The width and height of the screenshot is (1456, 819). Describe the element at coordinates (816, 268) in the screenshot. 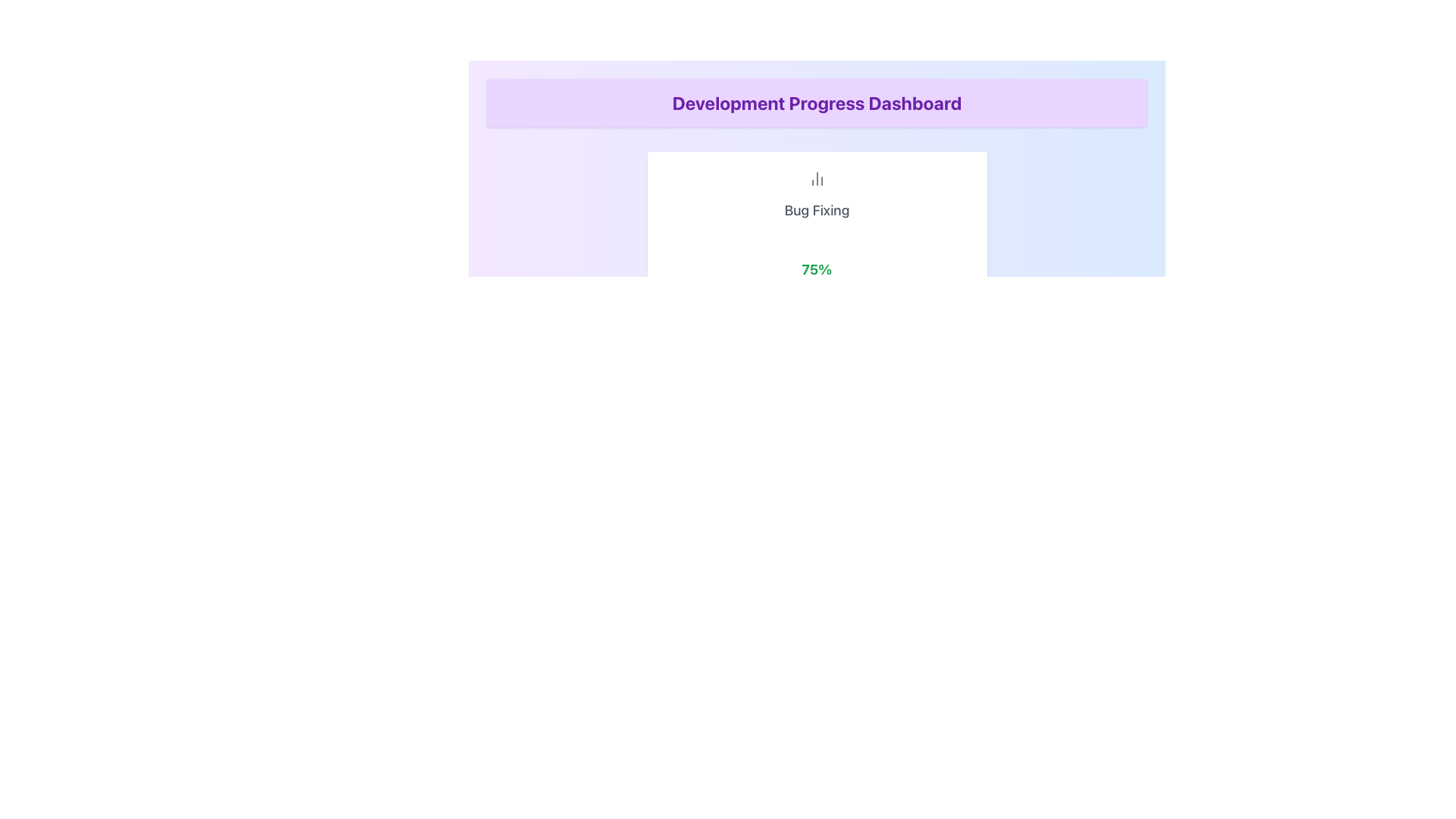

I see `displayed percentage from the circular Progress Indicator showing '75%' in bold green font` at that location.